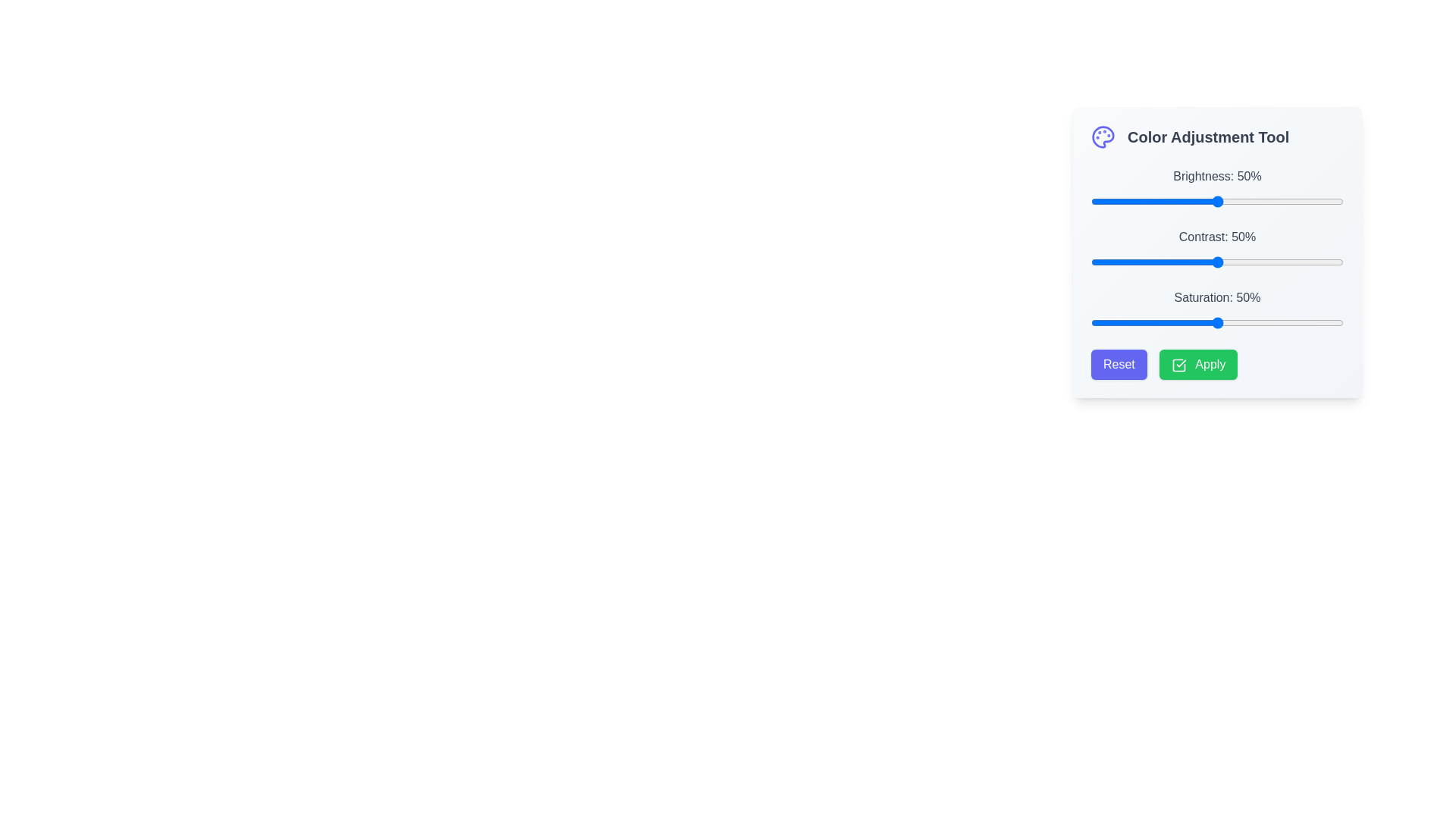 This screenshot has width=1456, height=819. Describe the element at coordinates (1298, 262) in the screenshot. I see `contrast of the image` at that location.